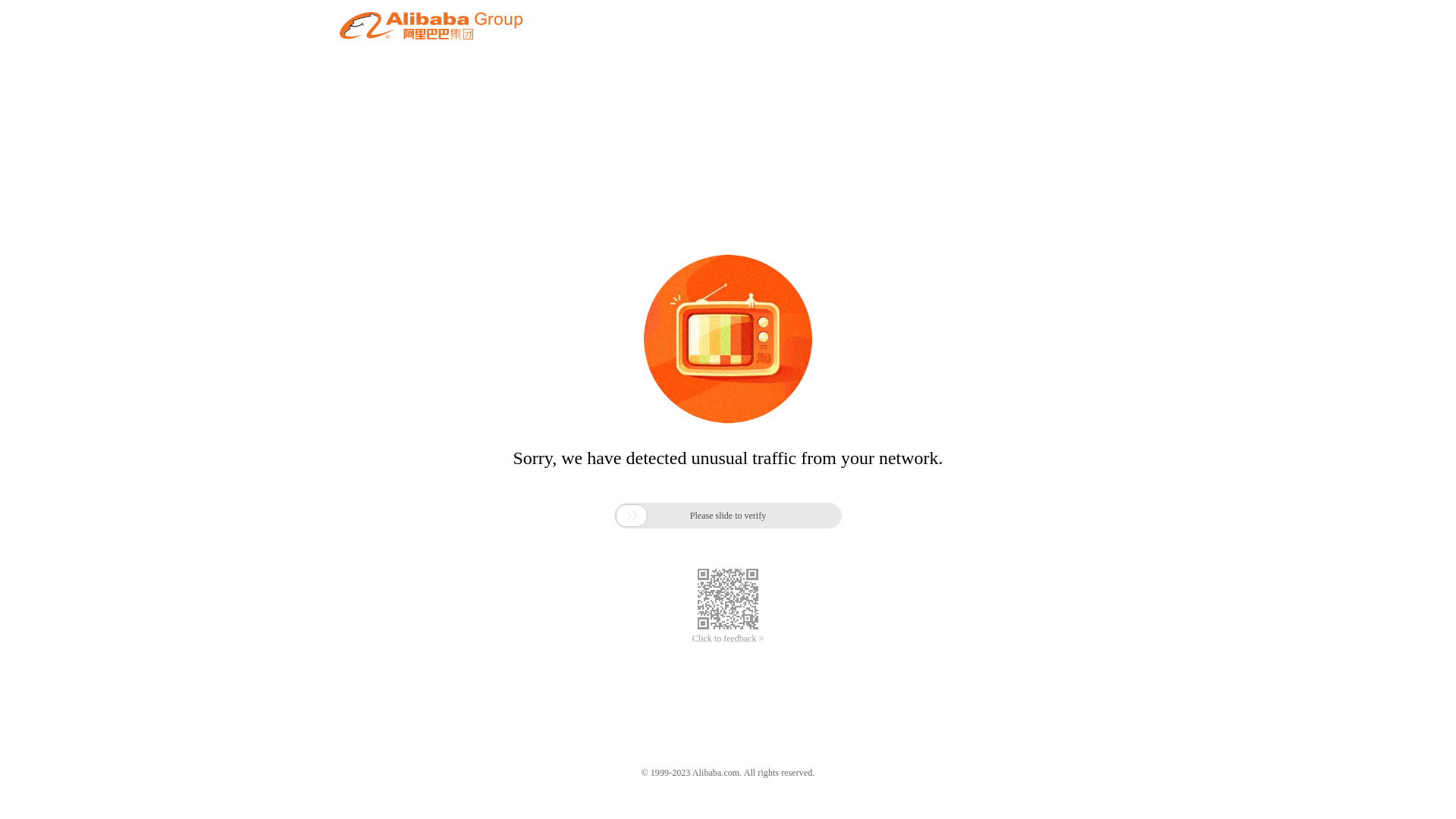 This screenshot has height=819, width=1456. What do you see at coordinates (691, 639) in the screenshot?
I see `'Click to feedback >'` at bounding box center [691, 639].